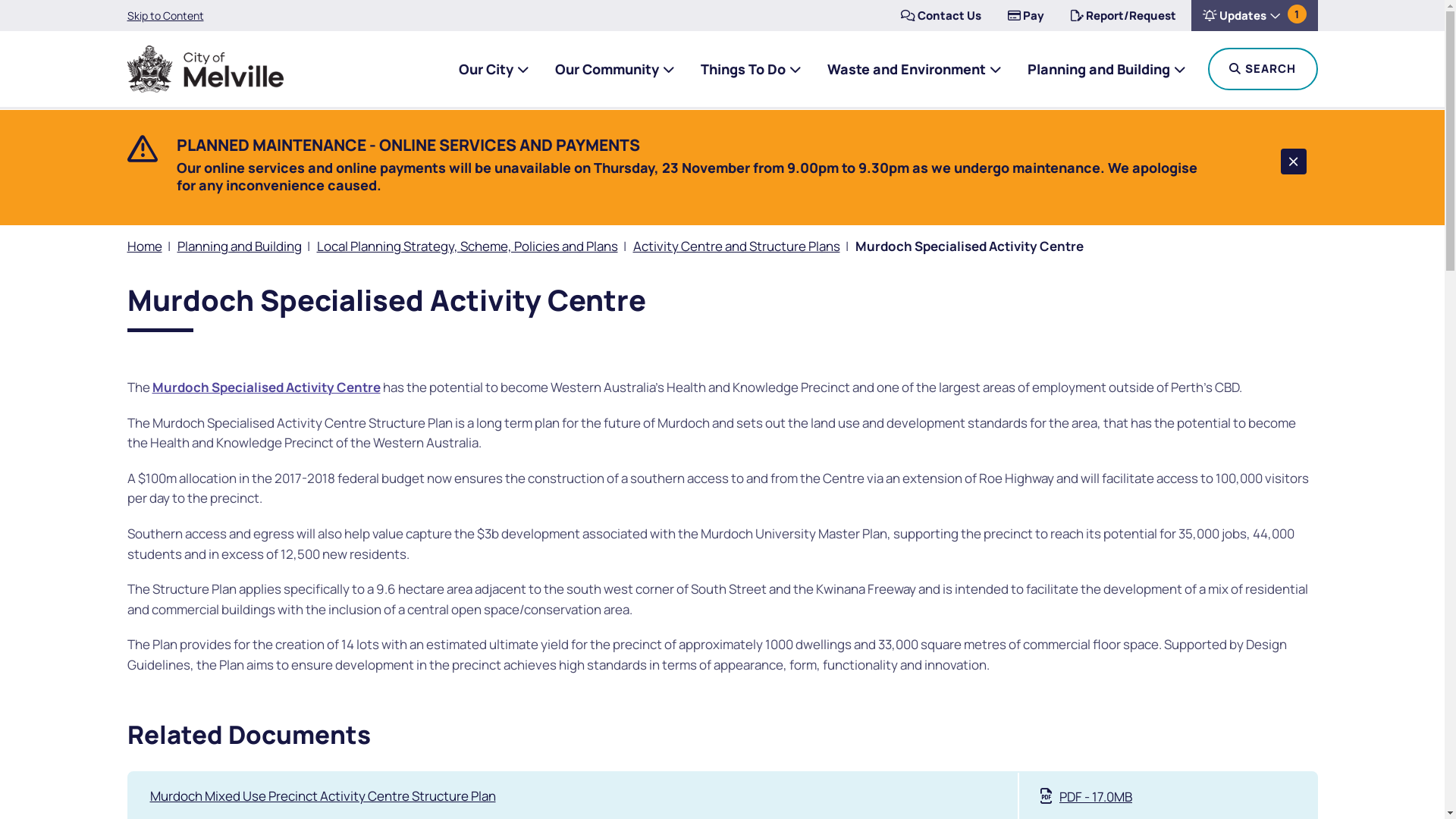  Describe the element at coordinates (736, 246) in the screenshot. I see `'Activity Centre and Structure Plans'` at that location.